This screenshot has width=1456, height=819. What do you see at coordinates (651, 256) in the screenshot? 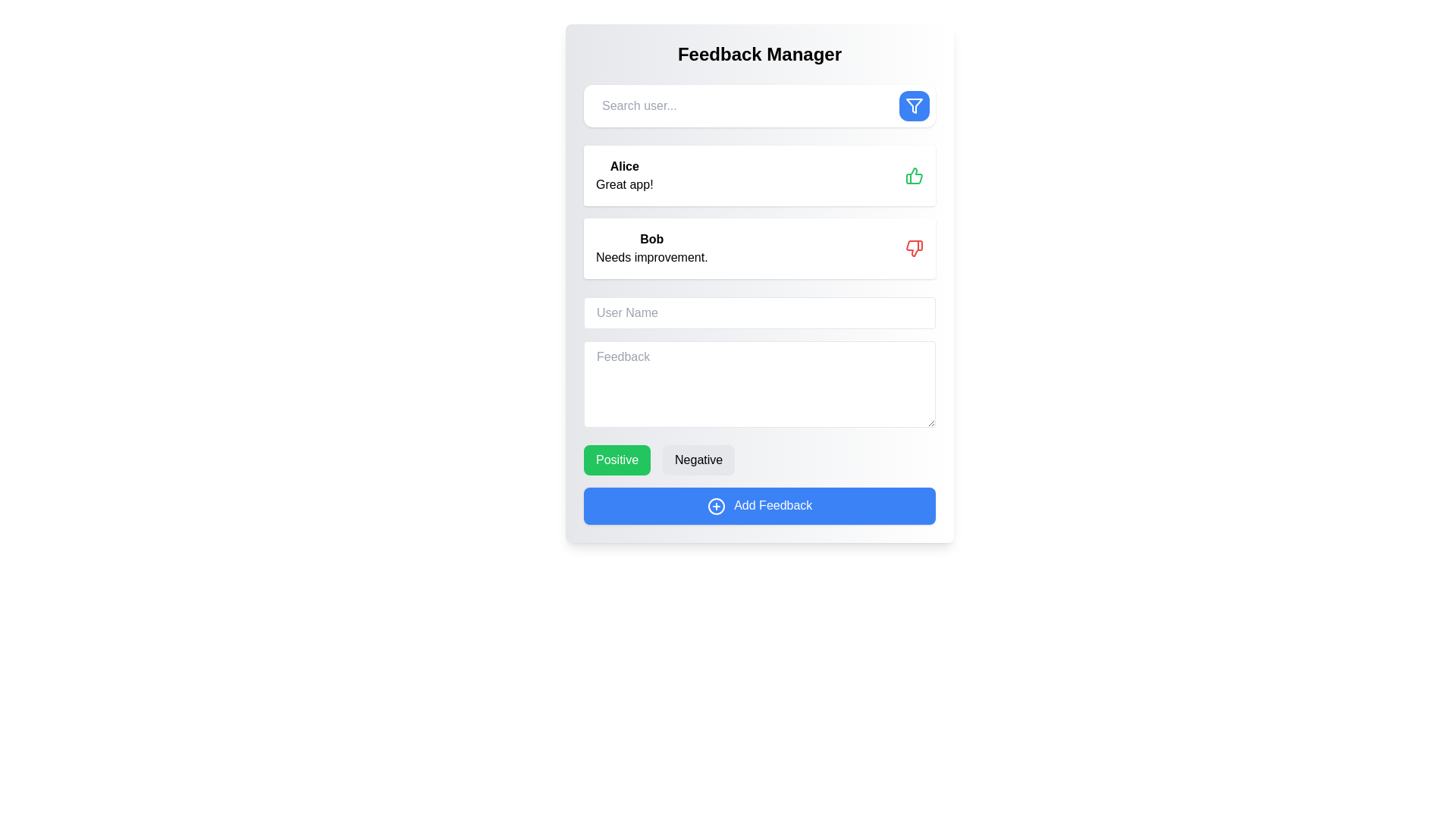
I see `the static text label providing feedback for the user named 'Bob', which displays the text 'Needs improvement.'` at bounding box center [651, 256].